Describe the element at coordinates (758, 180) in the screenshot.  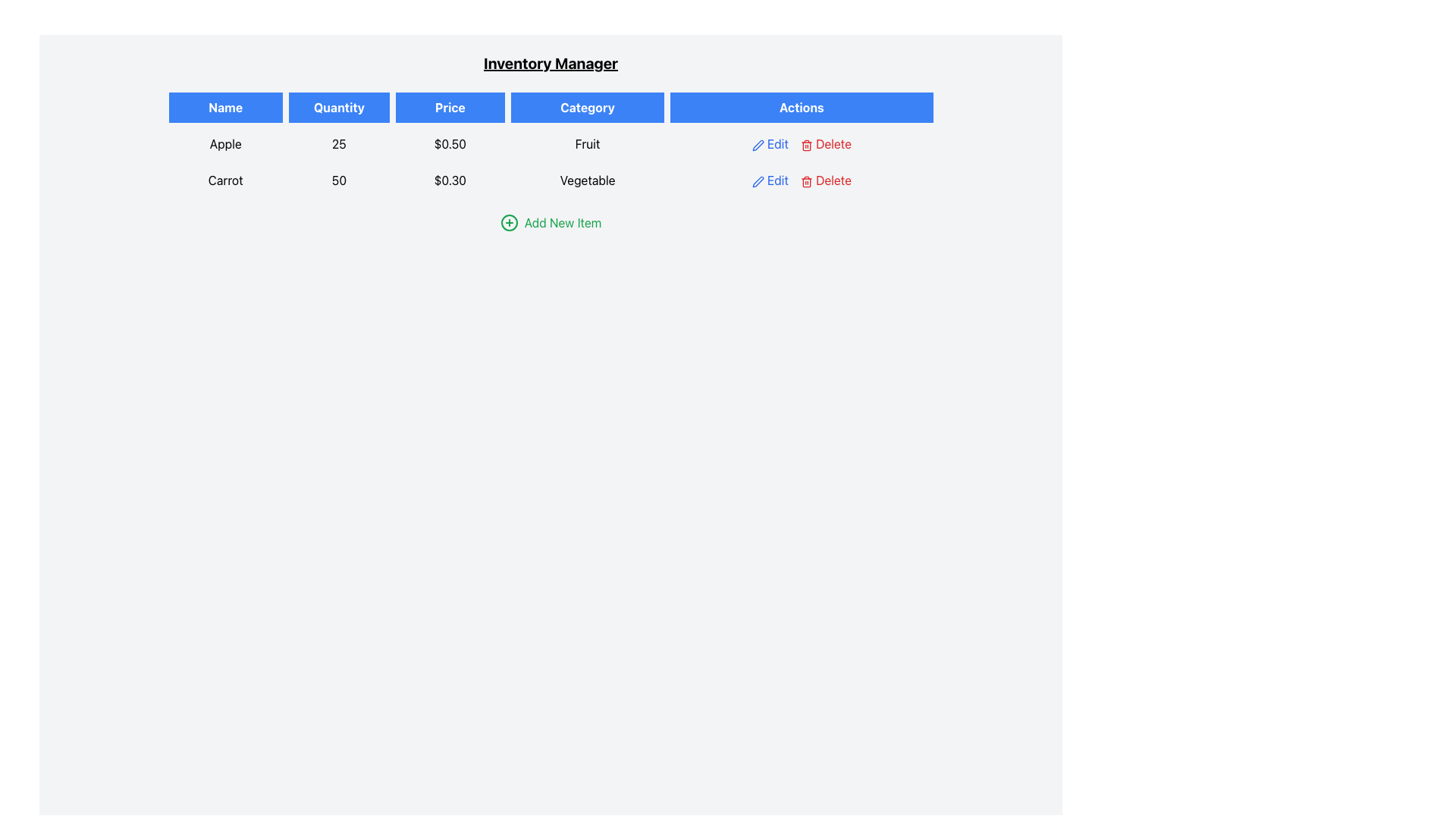
I see `the pencil icon with a blue outline next to the text 'Edit' to initiate the edit function` at that location.